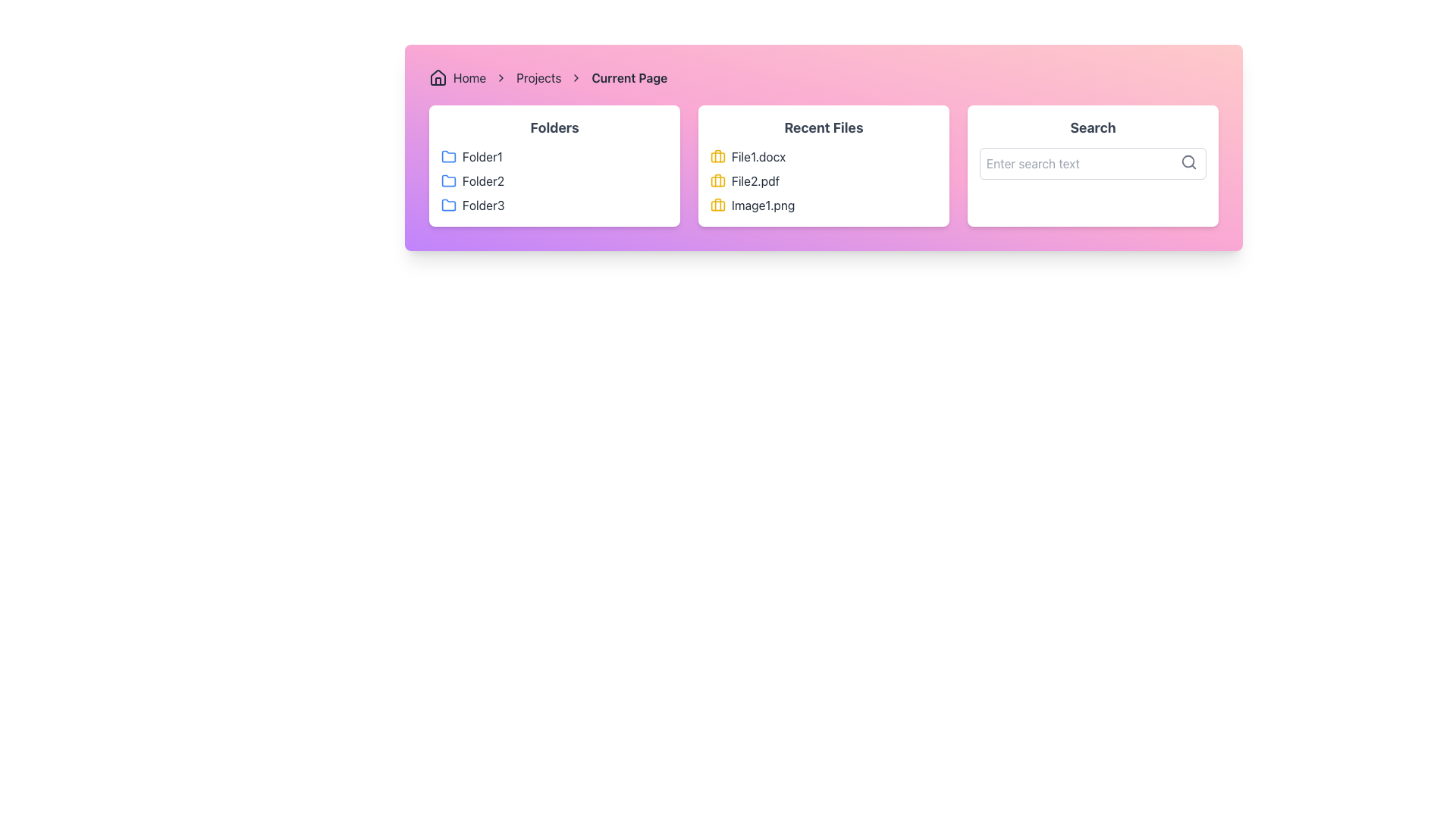  I want to click on the text label displaying the file name 'Image1.png', so click(763, 205).